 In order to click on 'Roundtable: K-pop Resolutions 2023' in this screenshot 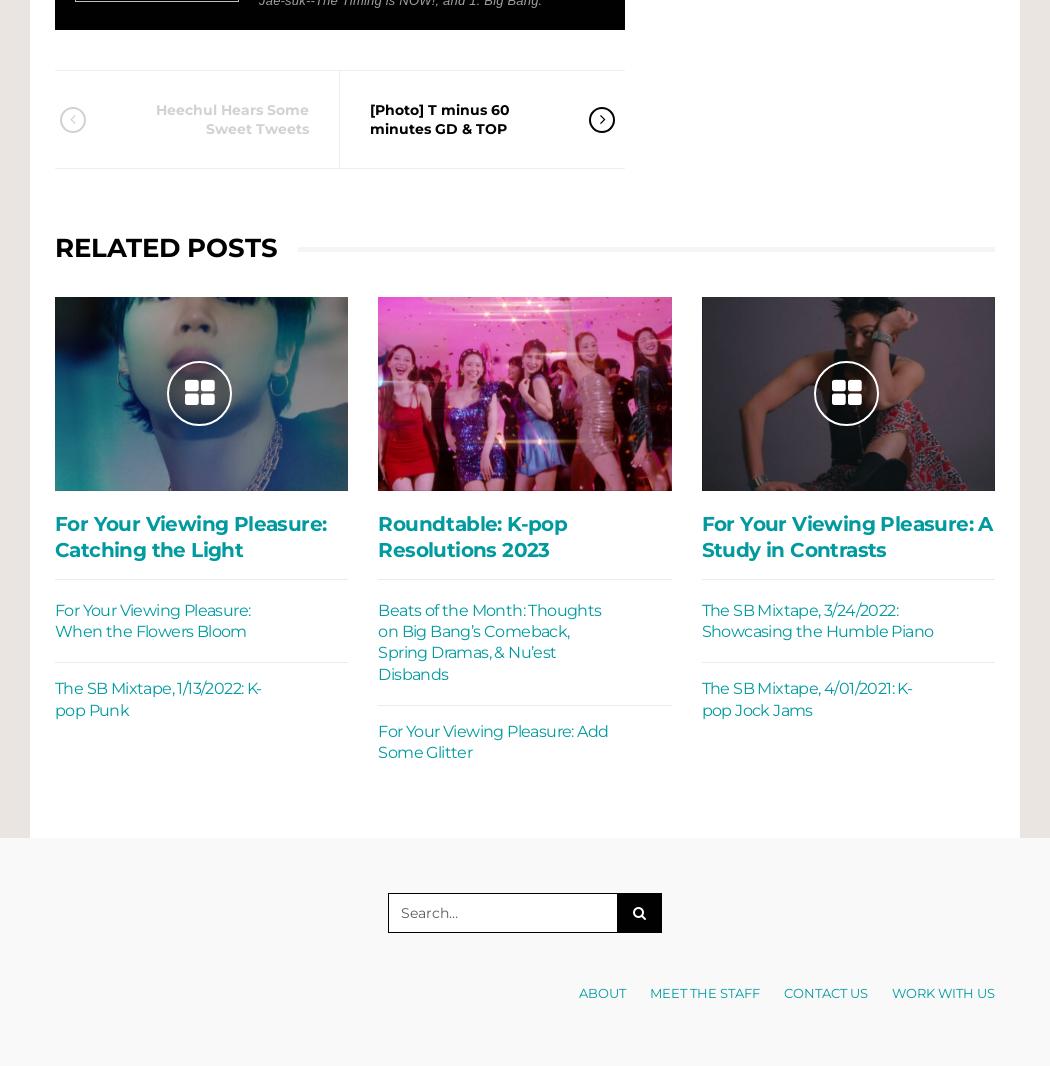, I will do `click(378, 535)`.